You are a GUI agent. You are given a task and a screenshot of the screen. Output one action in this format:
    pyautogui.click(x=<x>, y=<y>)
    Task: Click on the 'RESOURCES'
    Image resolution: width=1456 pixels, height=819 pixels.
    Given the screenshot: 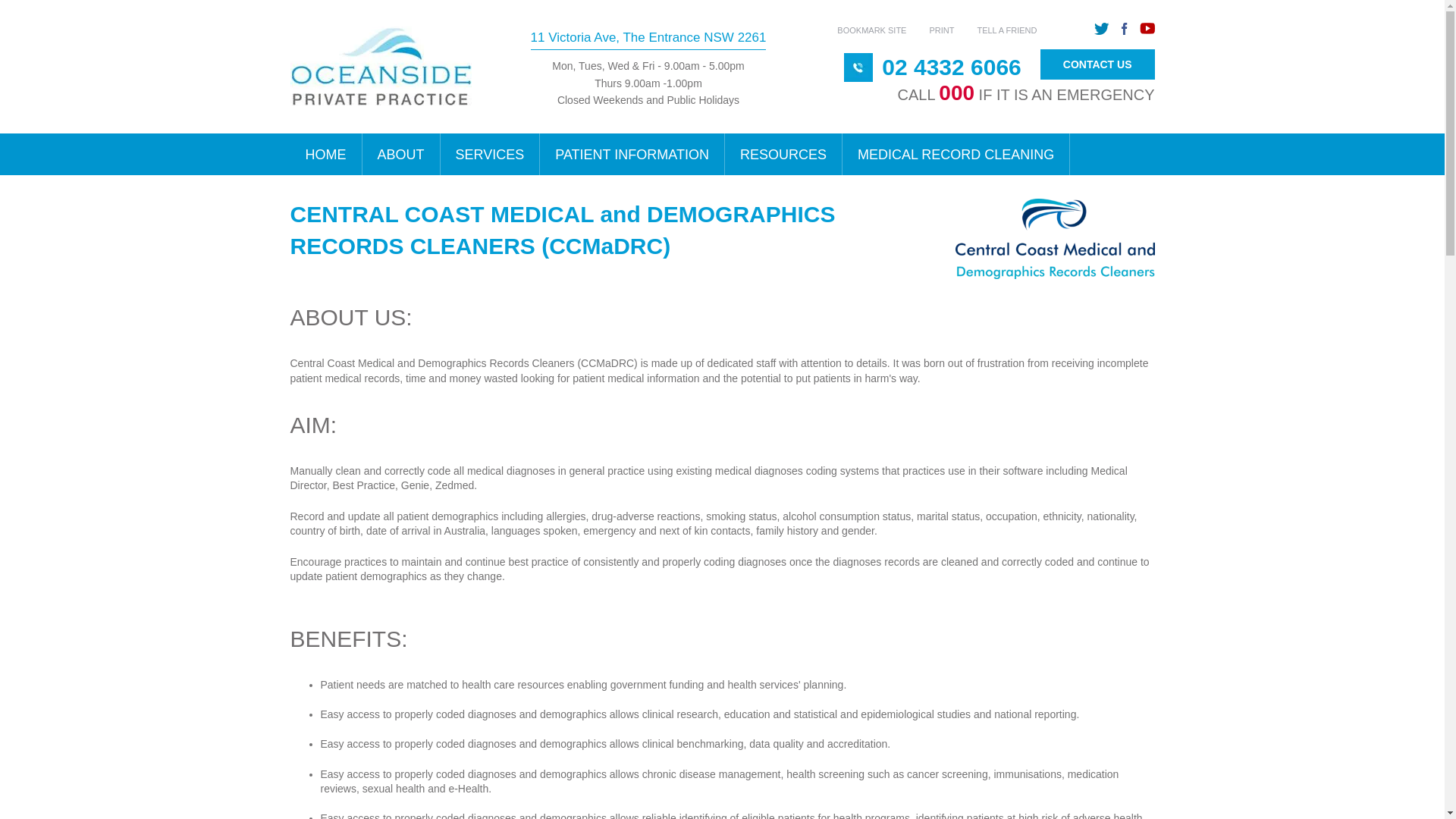 What is the action you would take?
    pyautogui.click(x=783, y=154)
    